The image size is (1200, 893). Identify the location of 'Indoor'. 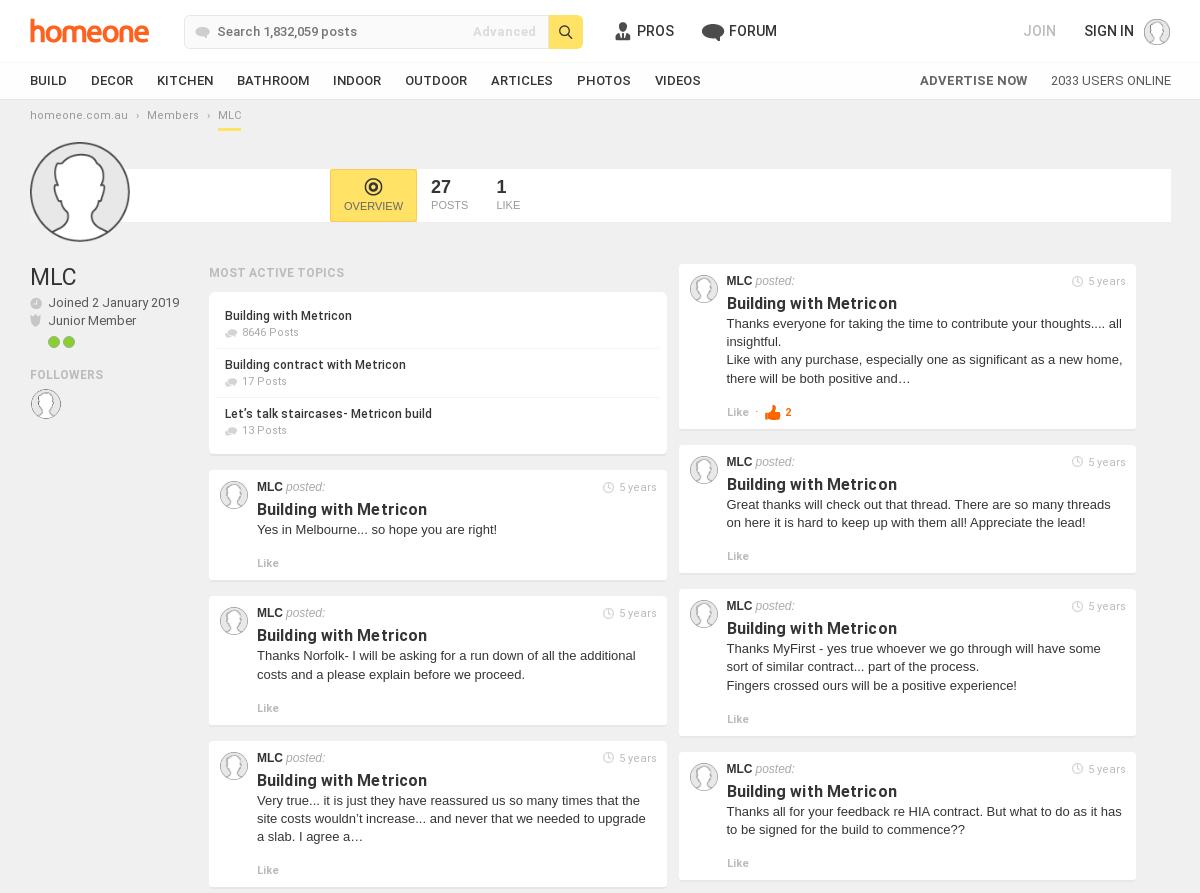
(357, 80).